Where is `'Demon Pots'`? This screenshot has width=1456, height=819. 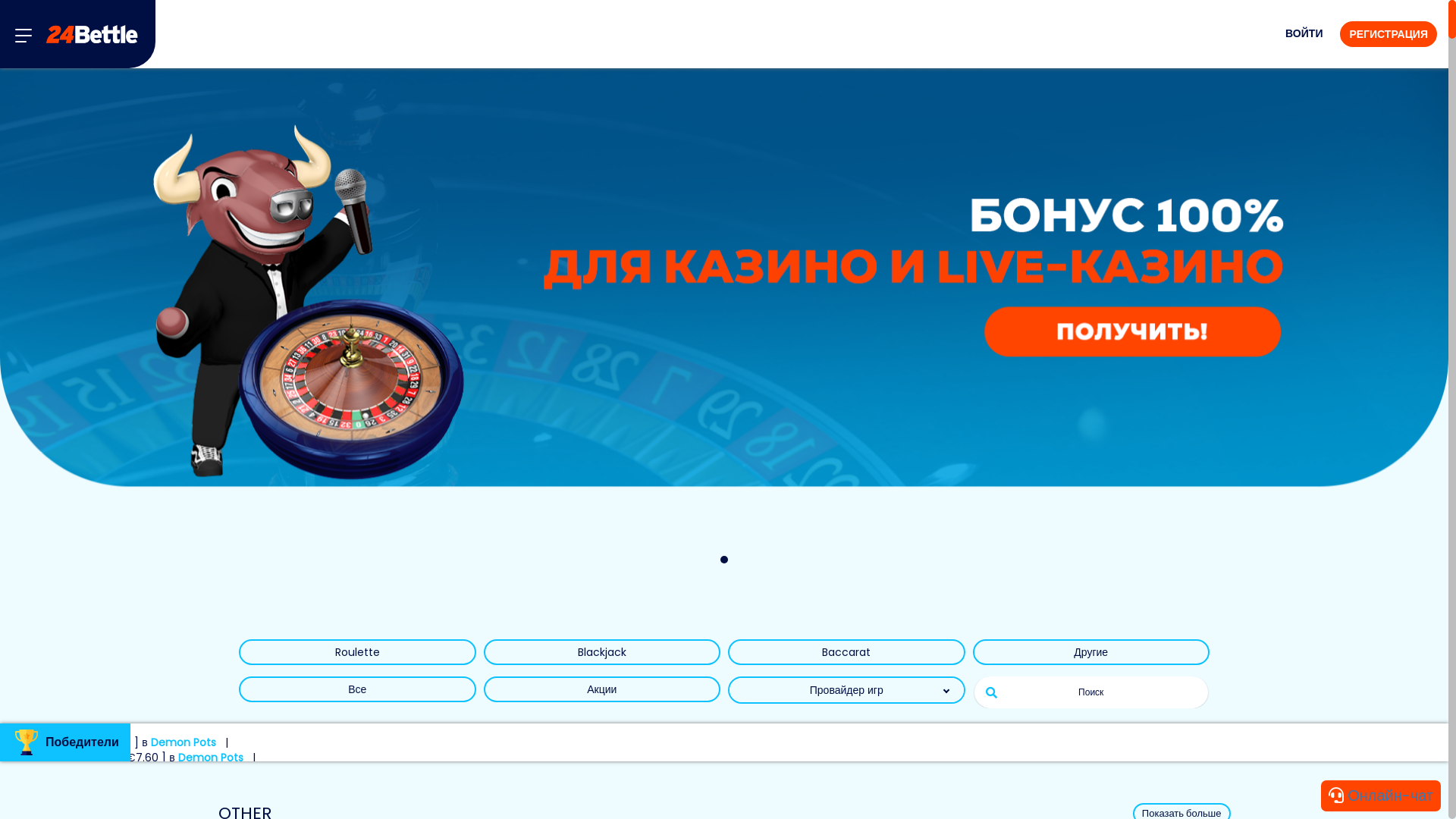 'Demon Pots' is located at coordinates (182, 742).